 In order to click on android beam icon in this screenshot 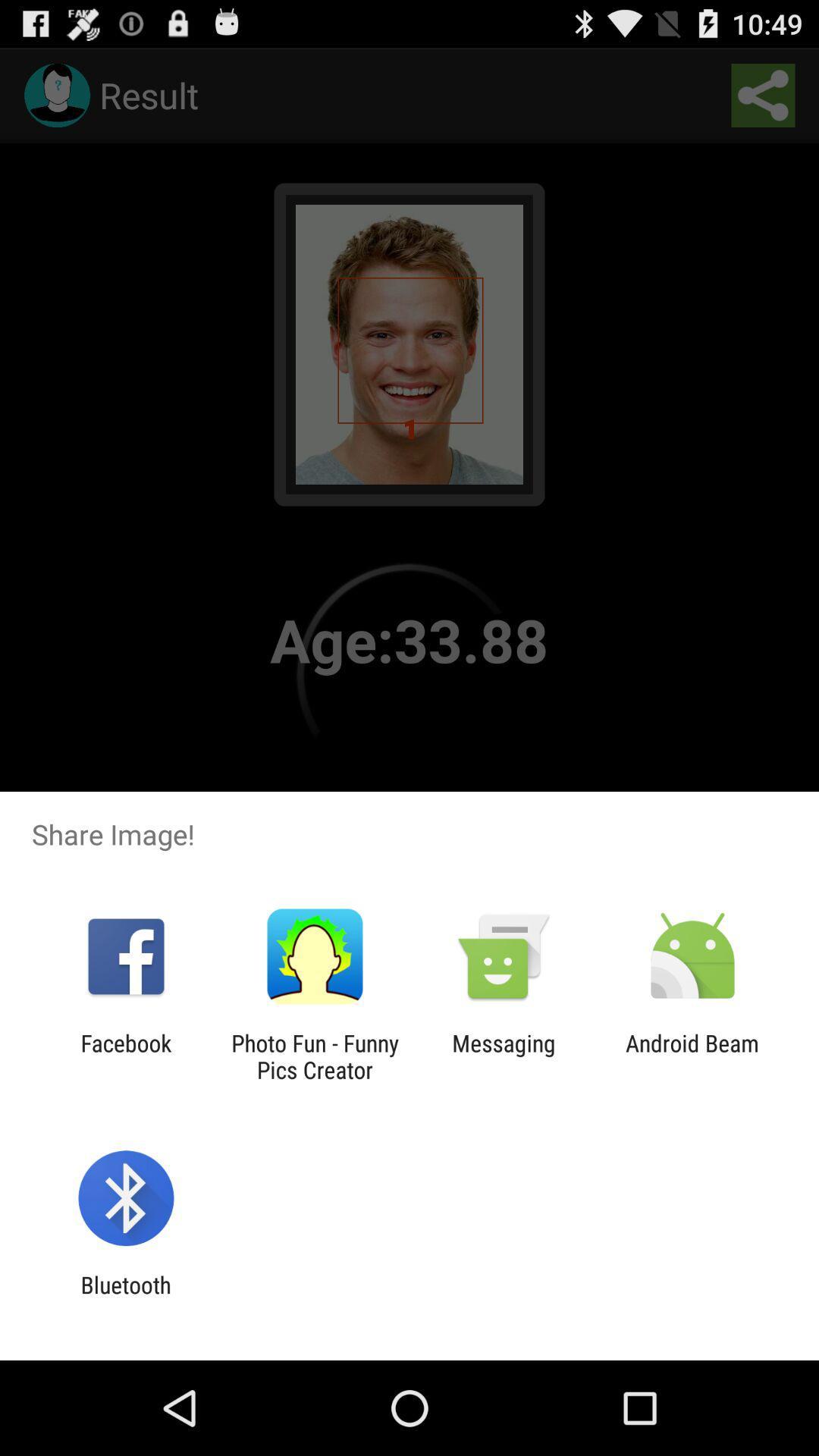, I will do `click(692, 1056)`.